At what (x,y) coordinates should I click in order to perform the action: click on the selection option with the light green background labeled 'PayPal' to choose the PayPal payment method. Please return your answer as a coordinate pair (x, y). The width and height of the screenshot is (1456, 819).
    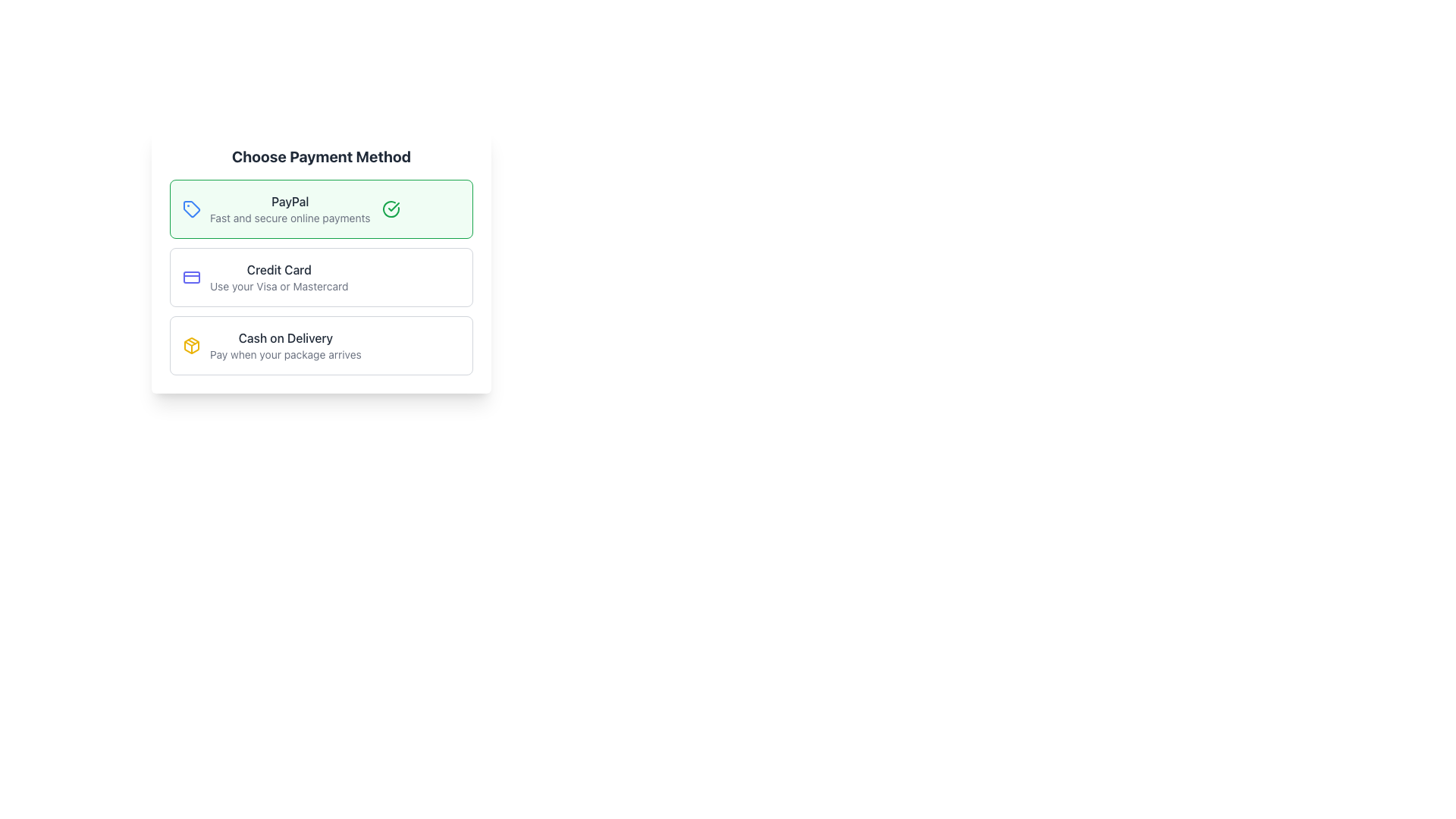
    Looking at the image, I should click on (320, 209).